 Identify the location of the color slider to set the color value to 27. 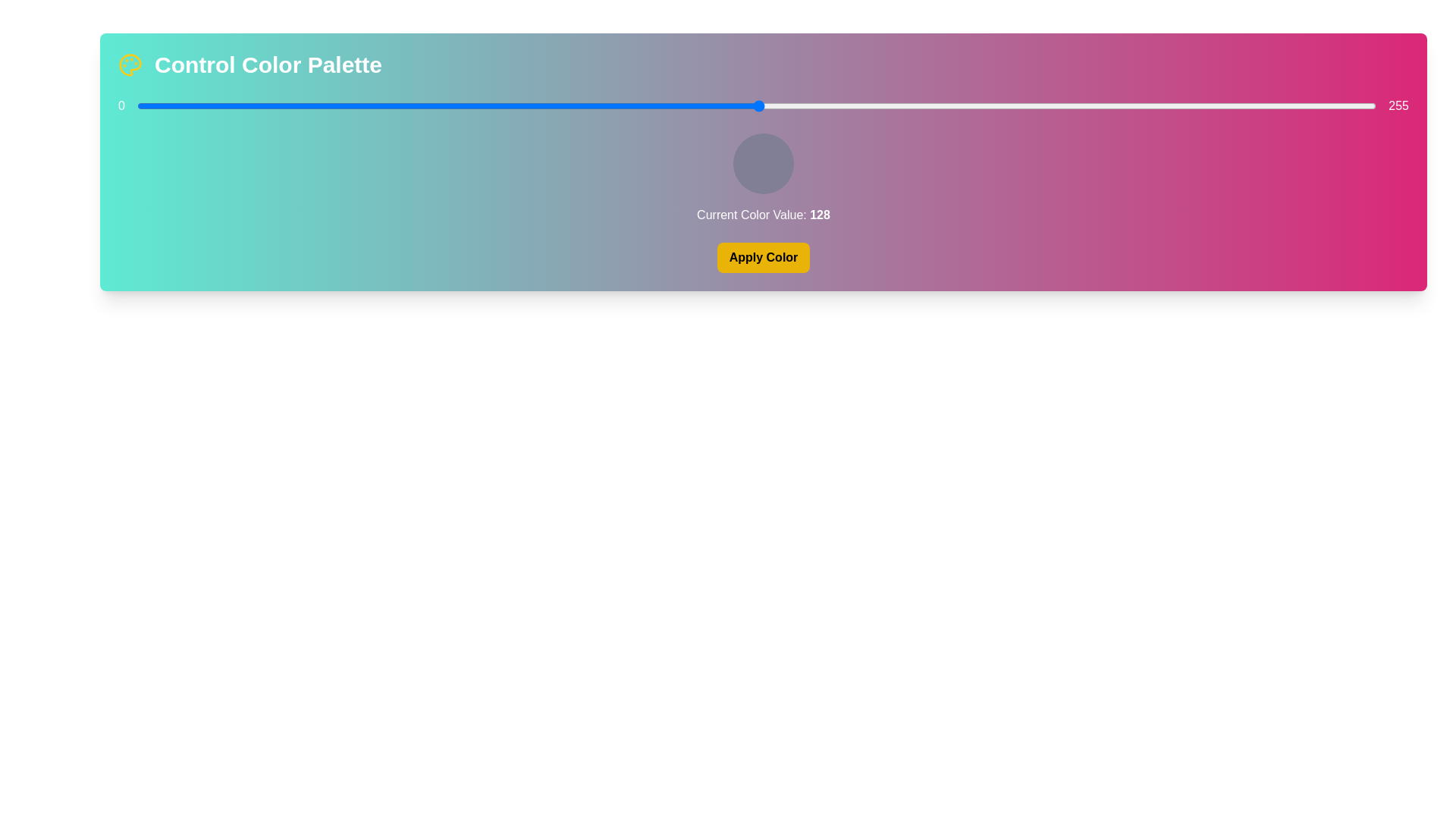
(268, 105).